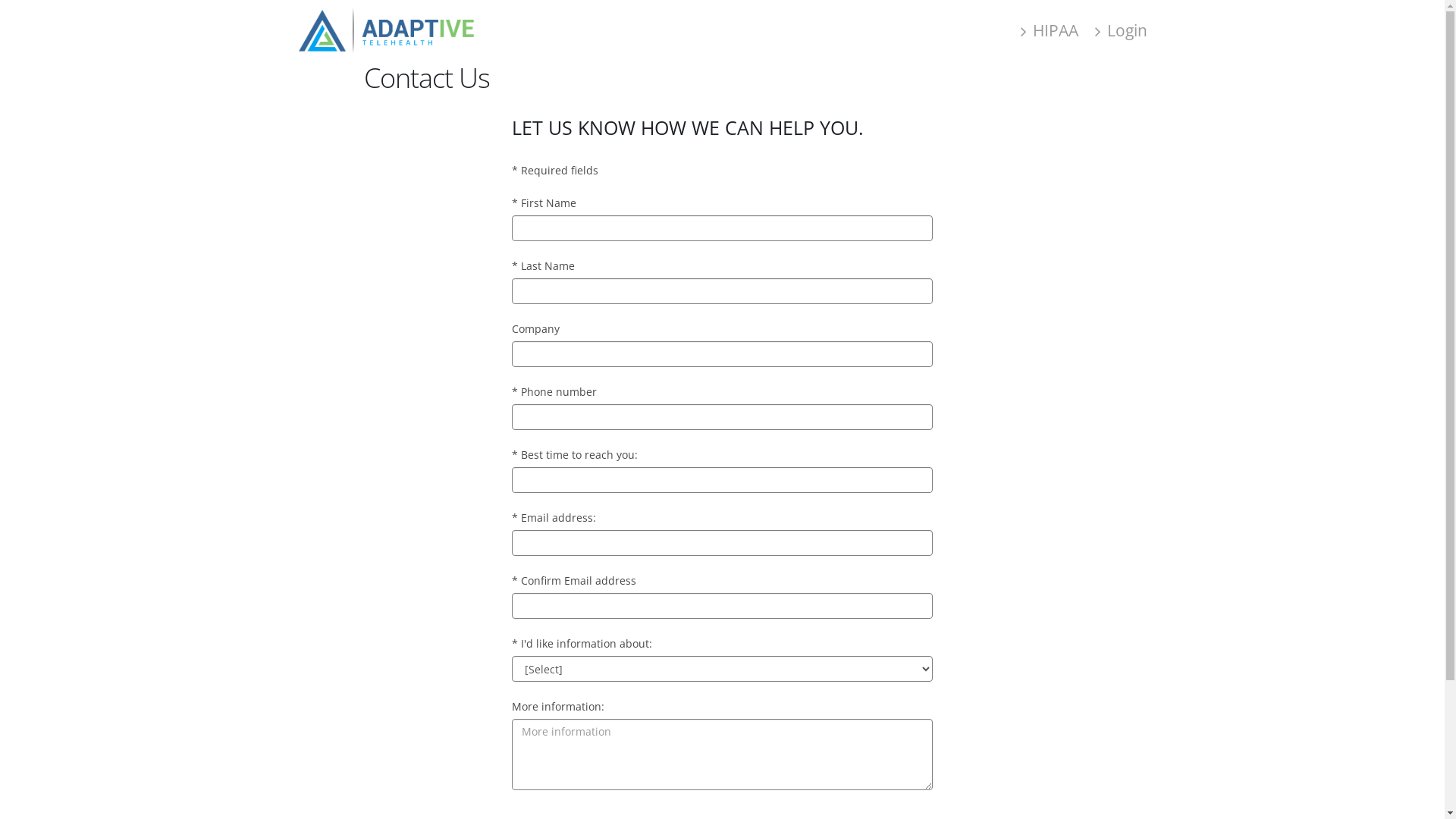  Describe the element at coordinates (1048, 30) in the screenshot. I see `'HIPAA'` at that location.